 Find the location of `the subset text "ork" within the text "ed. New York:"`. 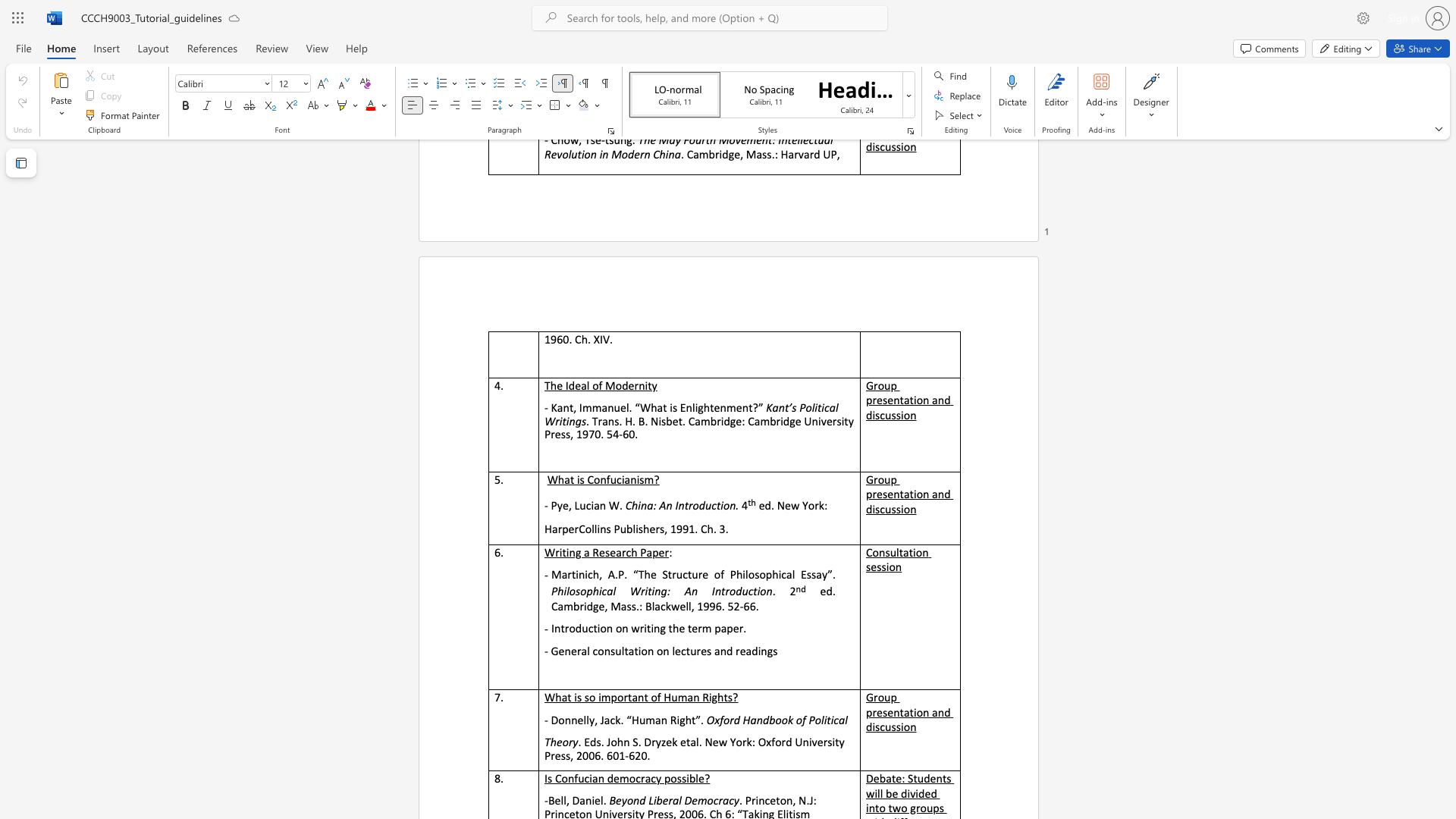

the subset text "ork" within the text "ed. New York:" is located at coordinates (807, 505).